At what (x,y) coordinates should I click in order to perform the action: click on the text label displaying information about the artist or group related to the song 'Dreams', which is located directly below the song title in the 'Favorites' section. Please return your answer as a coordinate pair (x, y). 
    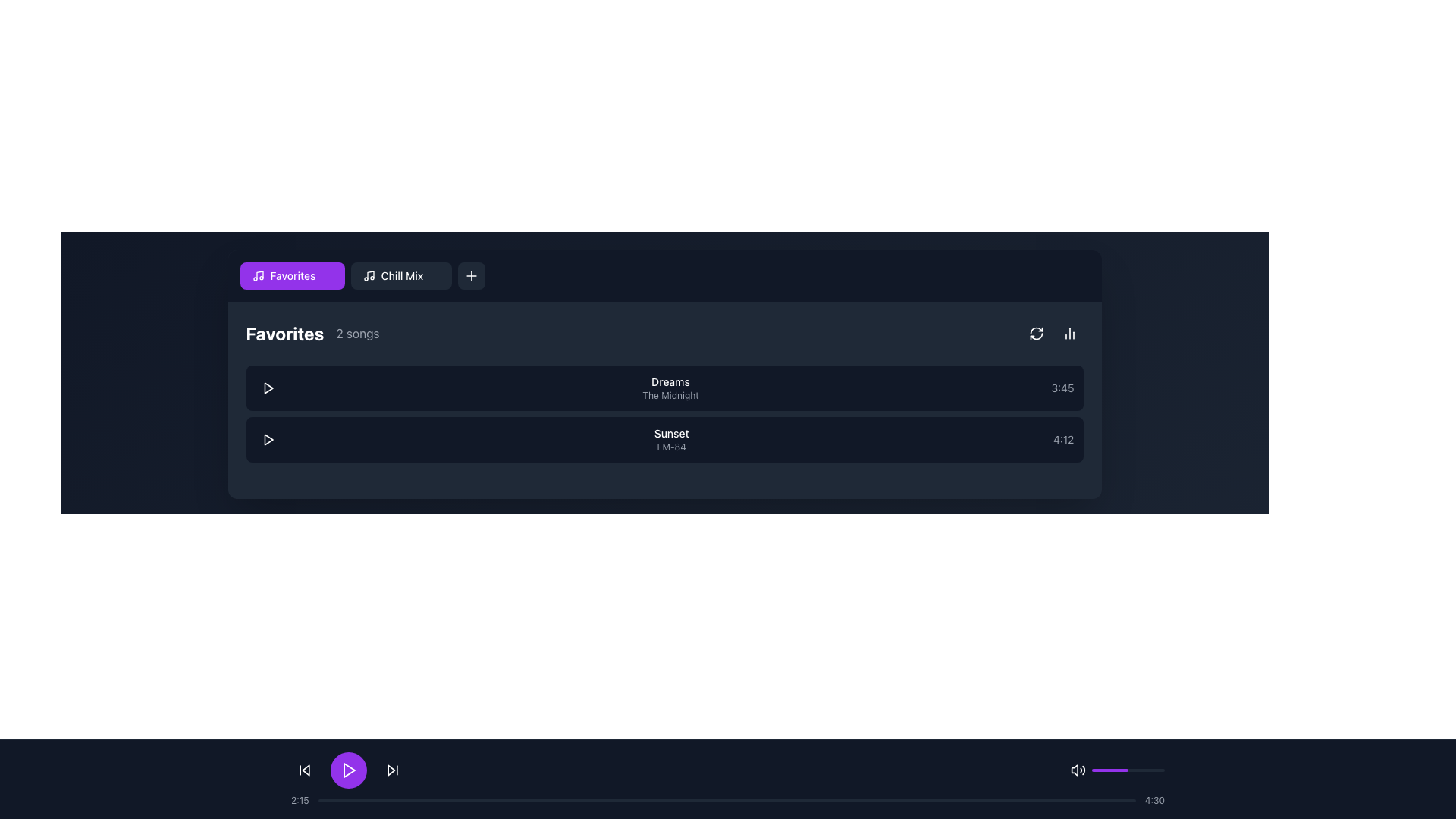
    Looking at the image, I should click on (670, 394).